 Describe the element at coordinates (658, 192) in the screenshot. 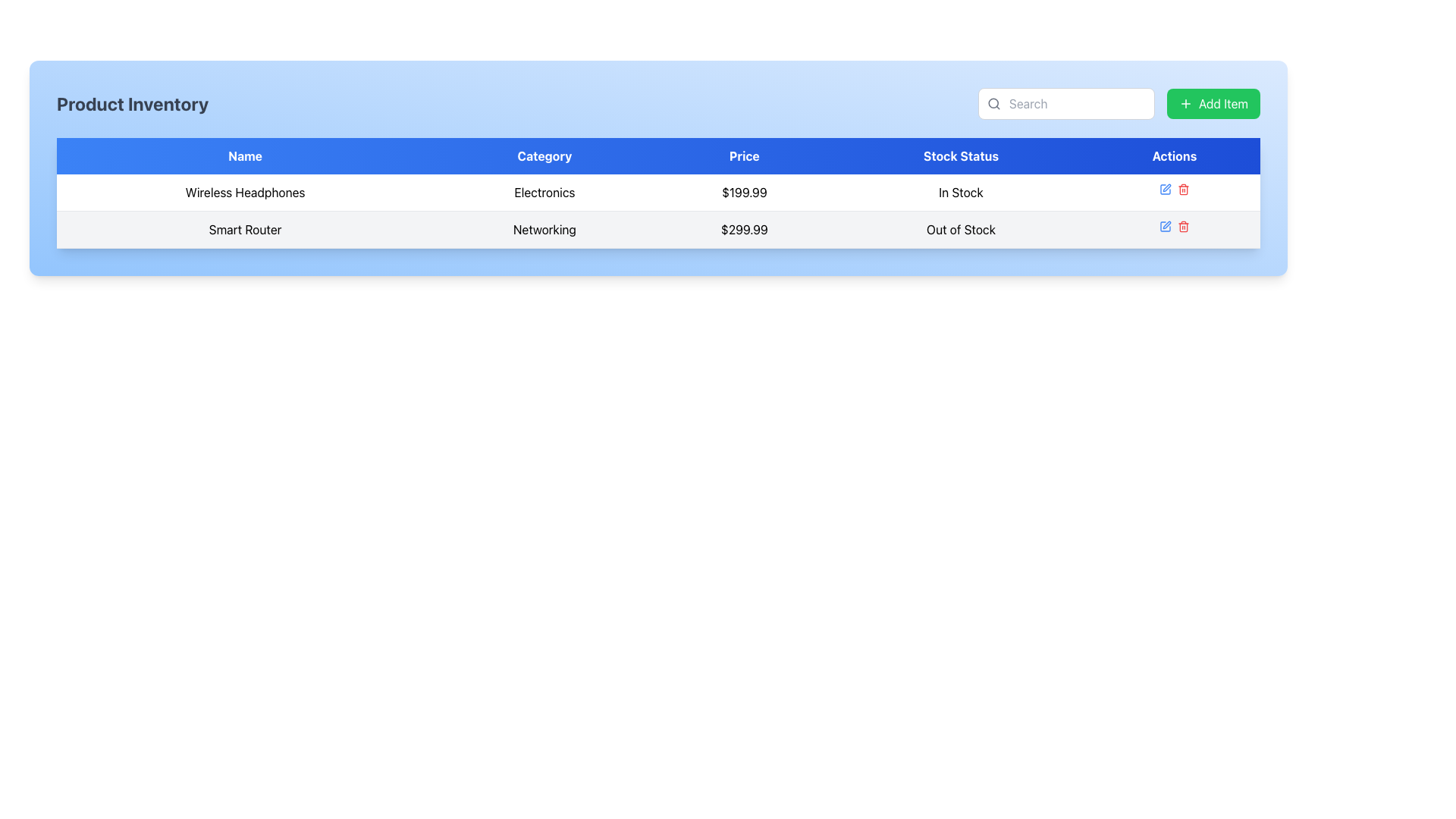

I see `the first row of the 'Product Inventory' table that displays details for the 'Wireless Headphones' product` at that location.